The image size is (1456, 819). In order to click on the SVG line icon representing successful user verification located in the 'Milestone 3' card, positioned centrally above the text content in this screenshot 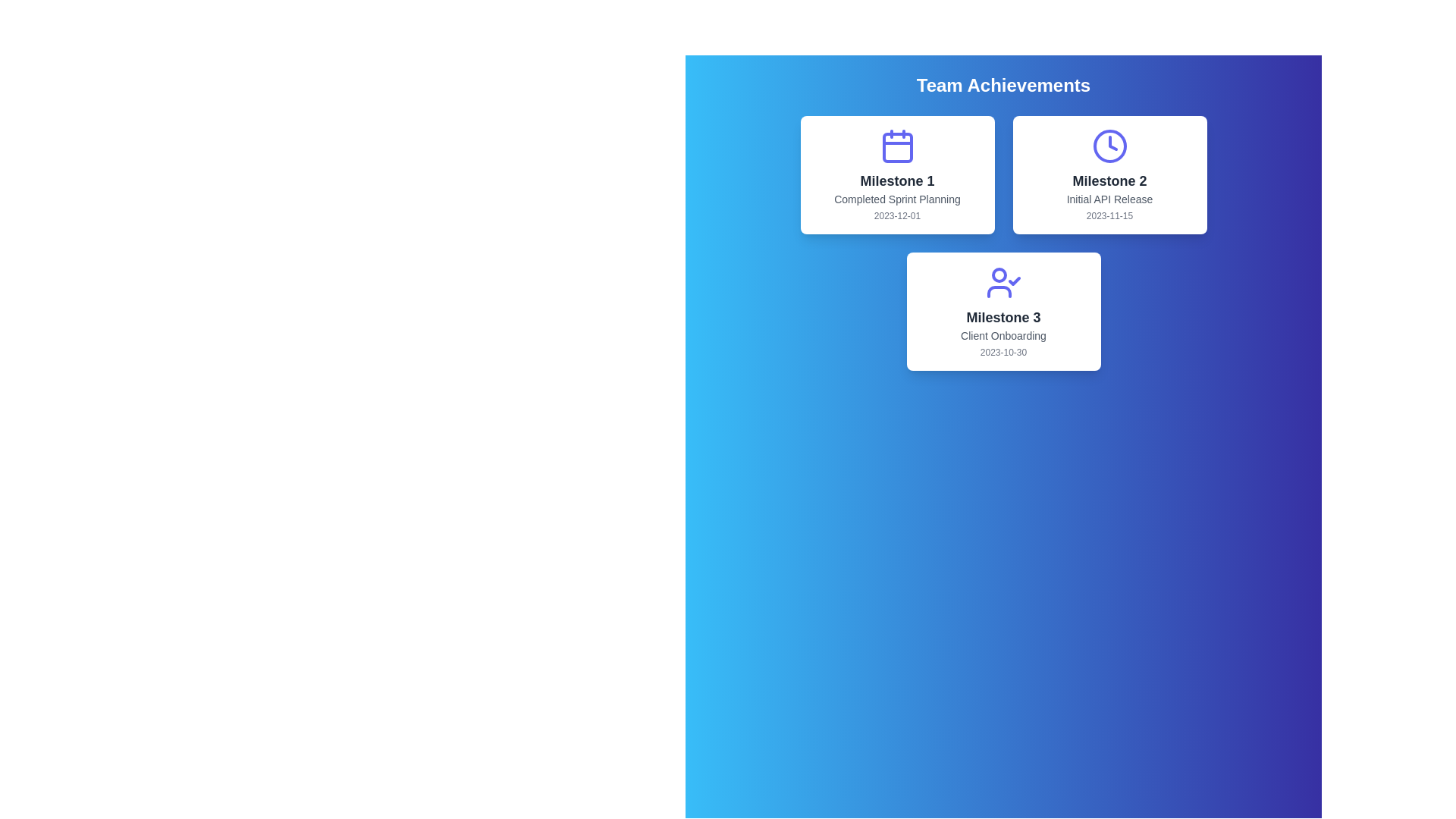, I will do `click(1003, 283)`.